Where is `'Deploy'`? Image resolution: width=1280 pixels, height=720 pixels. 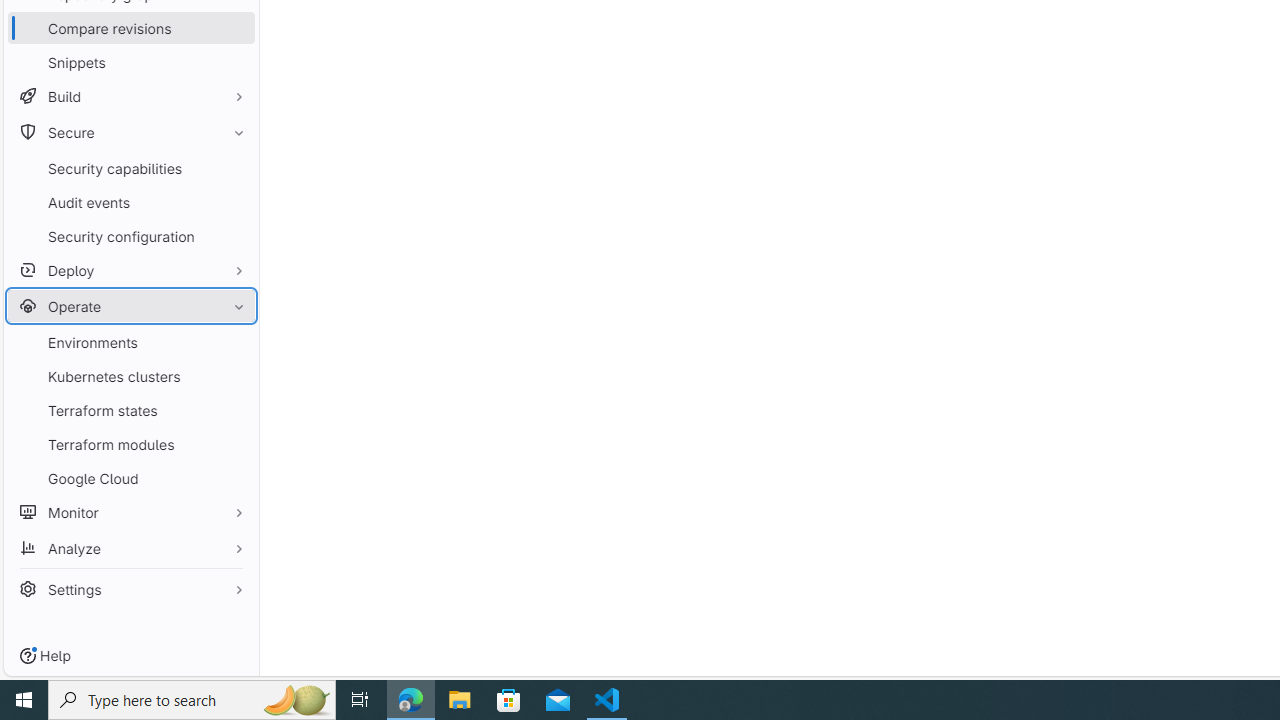 'Deploy' is located at coordinates (130, 270).